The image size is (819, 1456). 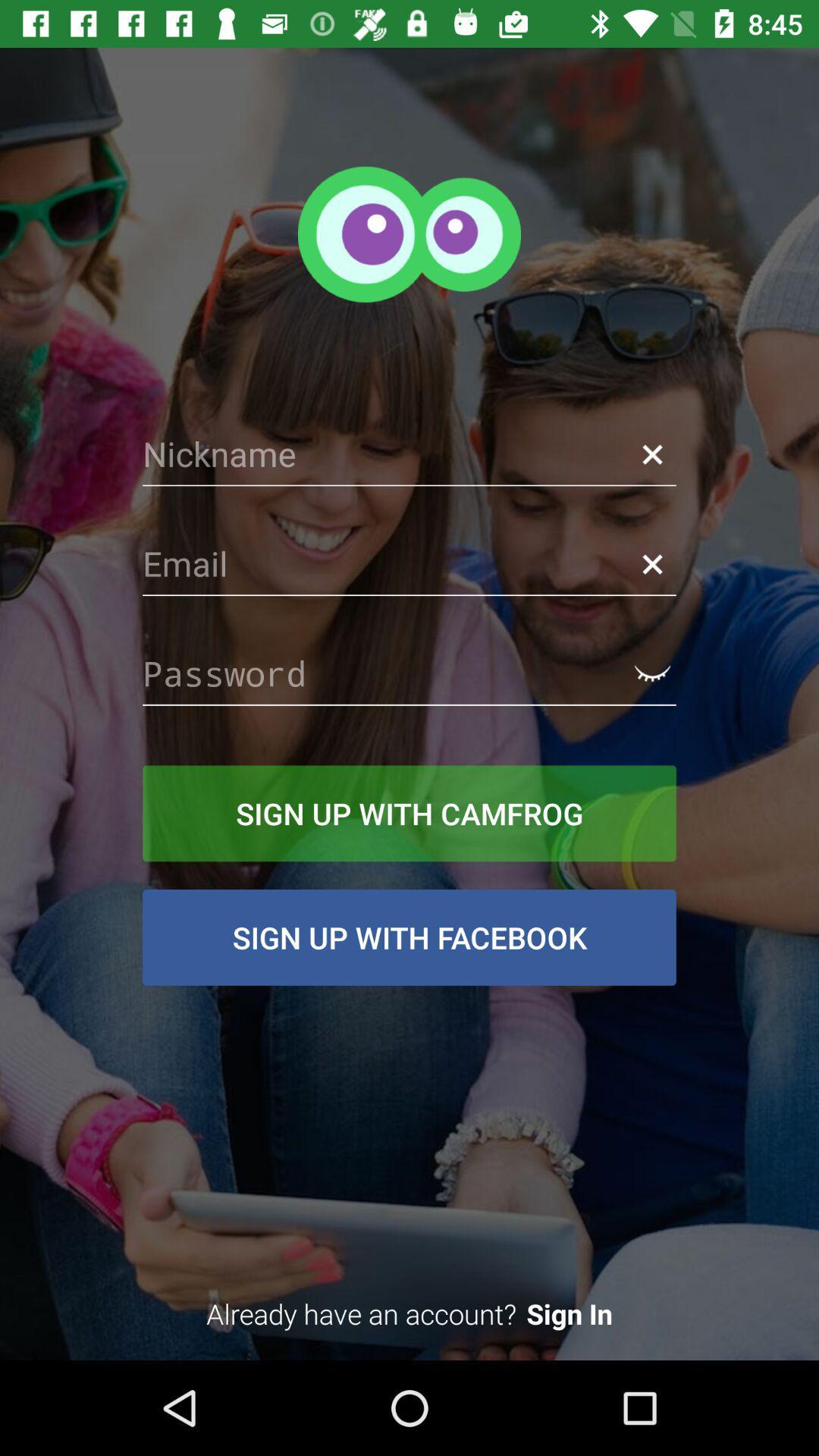 I want to click on item above sign up with icon, so click(x=409, y=673).